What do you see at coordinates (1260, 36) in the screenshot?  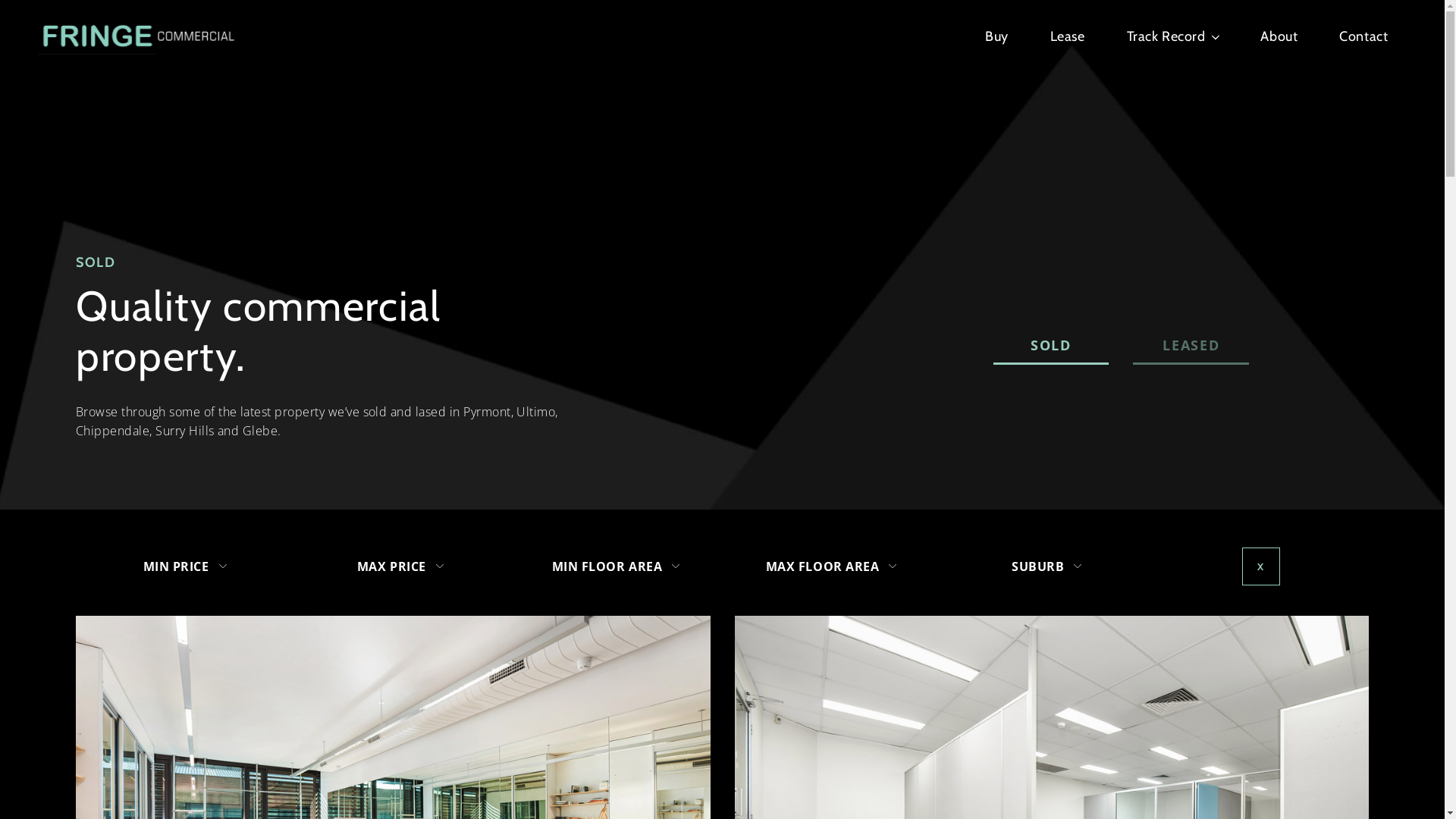 I see `'About'` at bounding box center [1260, 36].